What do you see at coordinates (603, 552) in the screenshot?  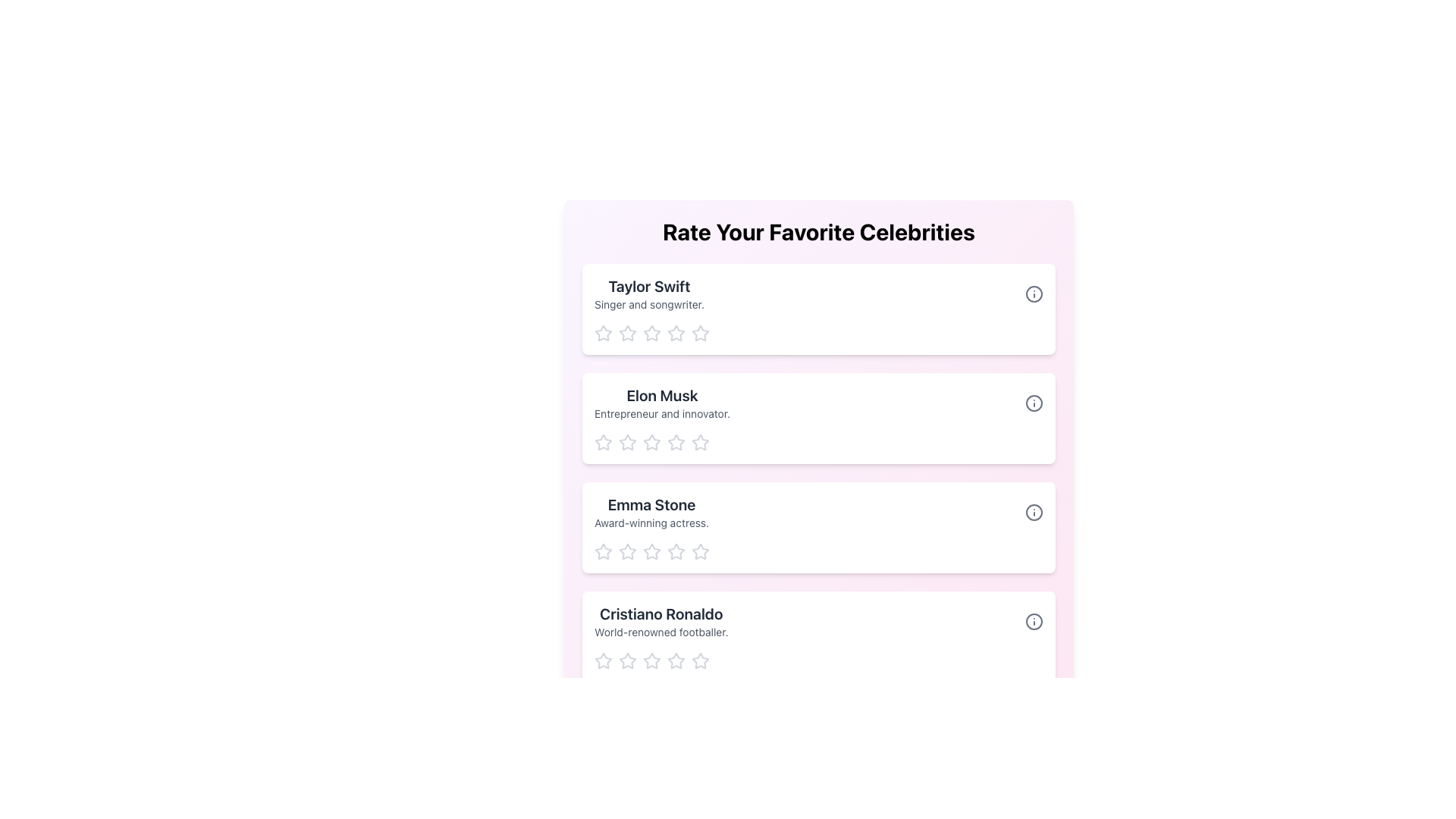 I see `the first rating star icon below the heading 'Emma Stone'` at bounding box center [603, 552].